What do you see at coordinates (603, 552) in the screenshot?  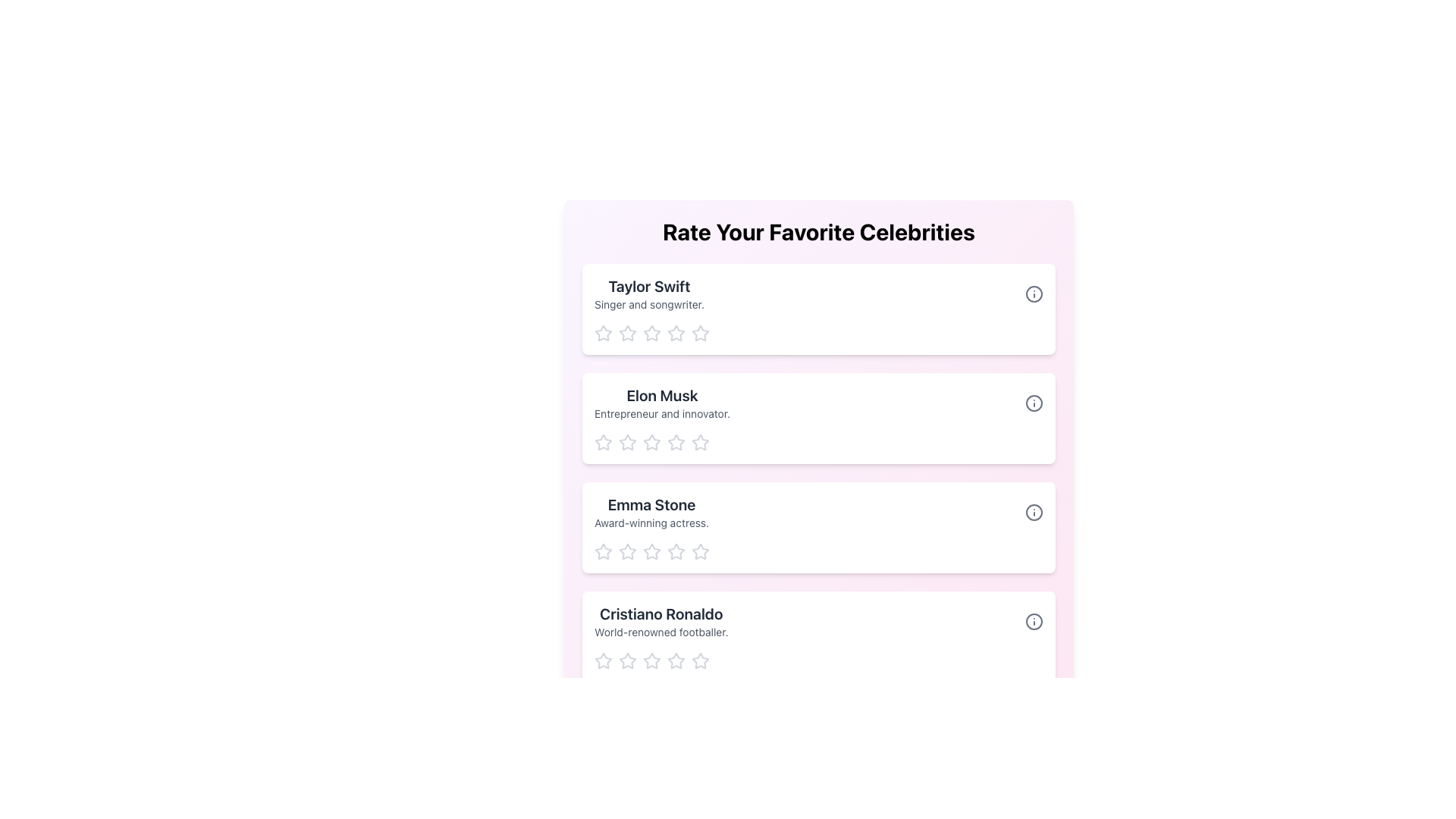 I see `the first rating star icon below the heading 'Emma Stone'` at bounding box center [603, 552].